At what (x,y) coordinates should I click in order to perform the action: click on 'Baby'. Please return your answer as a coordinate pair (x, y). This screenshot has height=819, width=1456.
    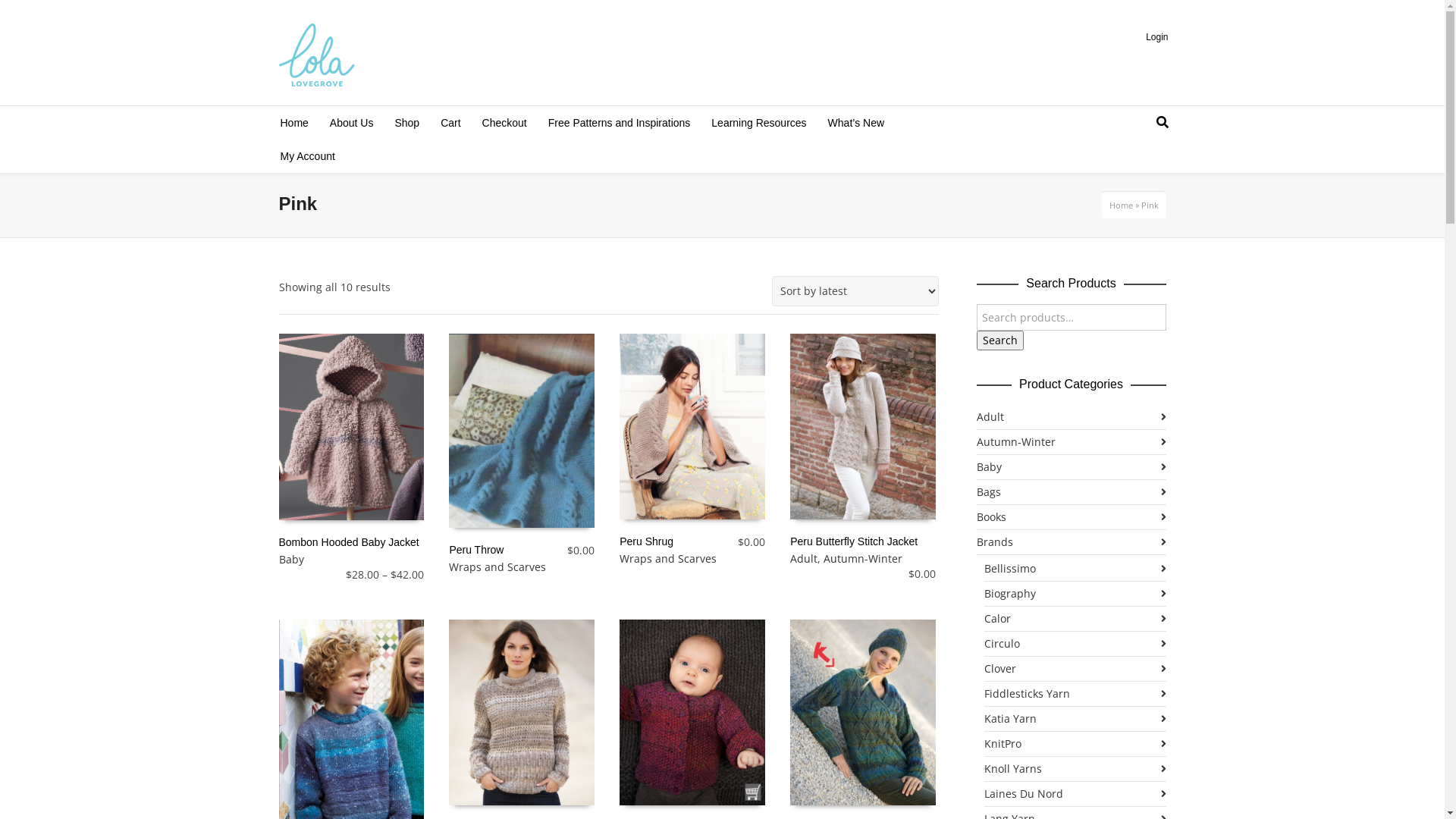
    Looking at the image, I should click on (291, 559).